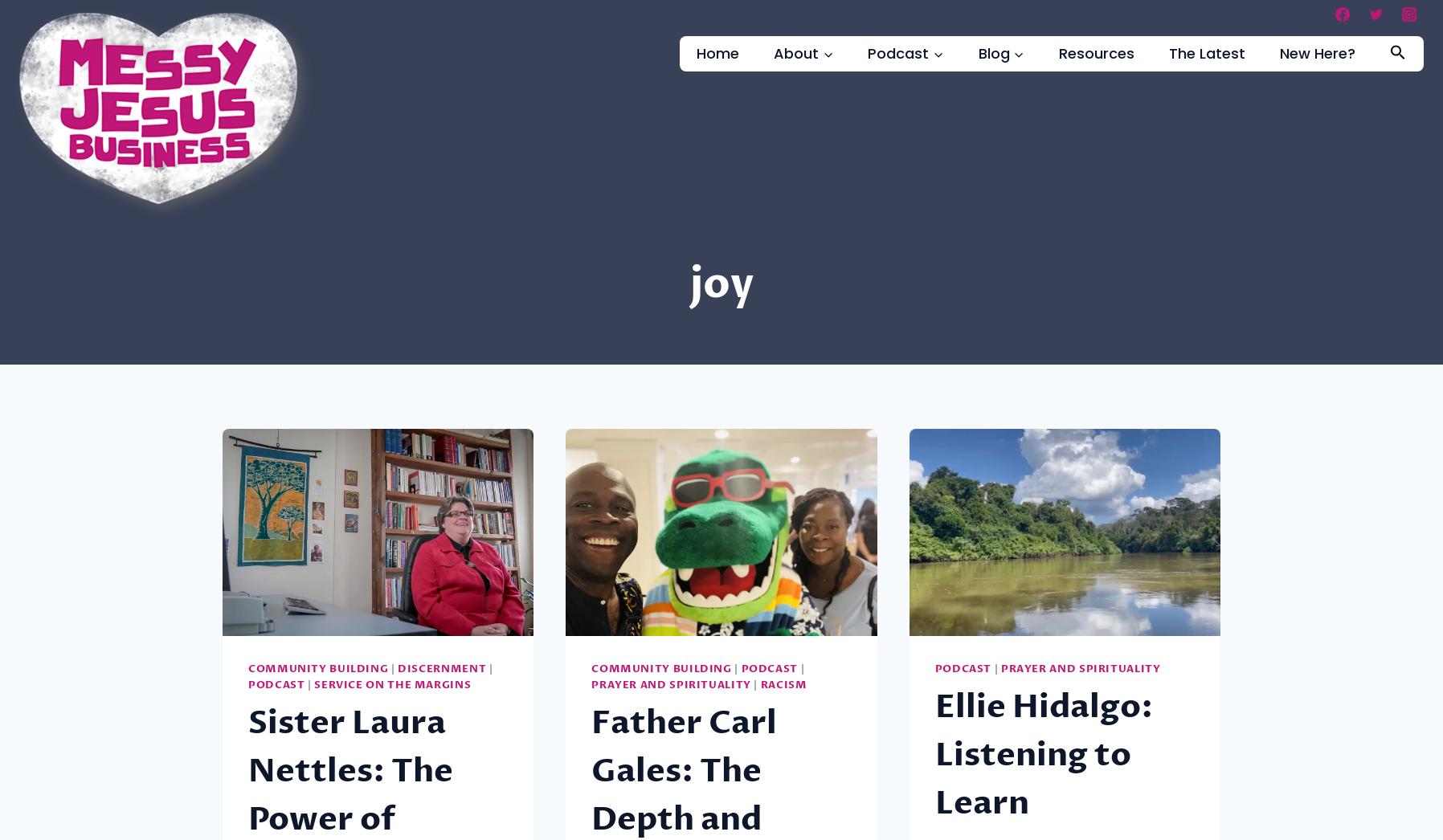  I want to click on 'Service on the Margins', so click(391, 684).